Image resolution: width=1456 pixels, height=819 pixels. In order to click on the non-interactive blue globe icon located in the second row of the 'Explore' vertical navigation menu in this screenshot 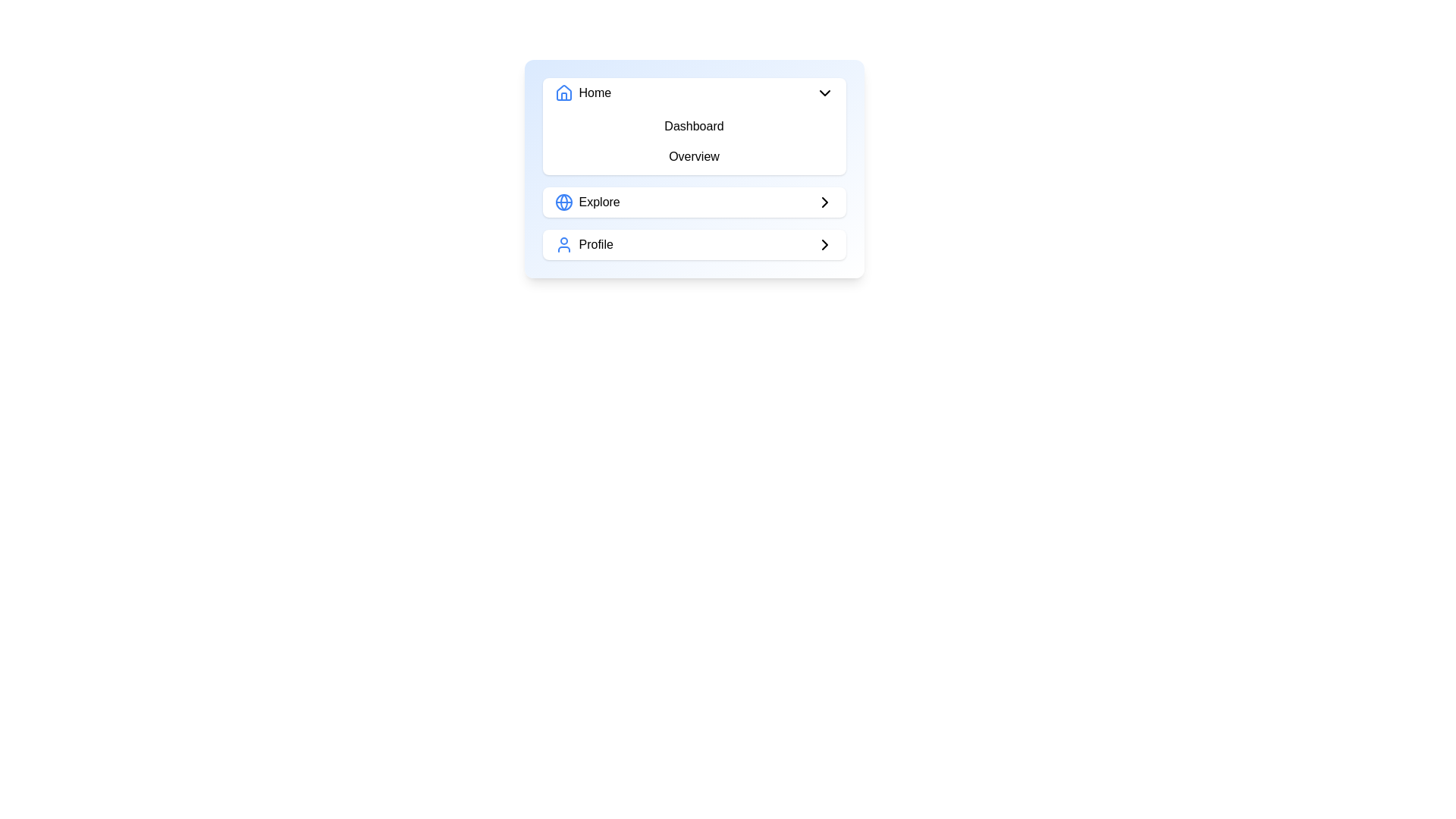, I will do `click(563, 201)`.